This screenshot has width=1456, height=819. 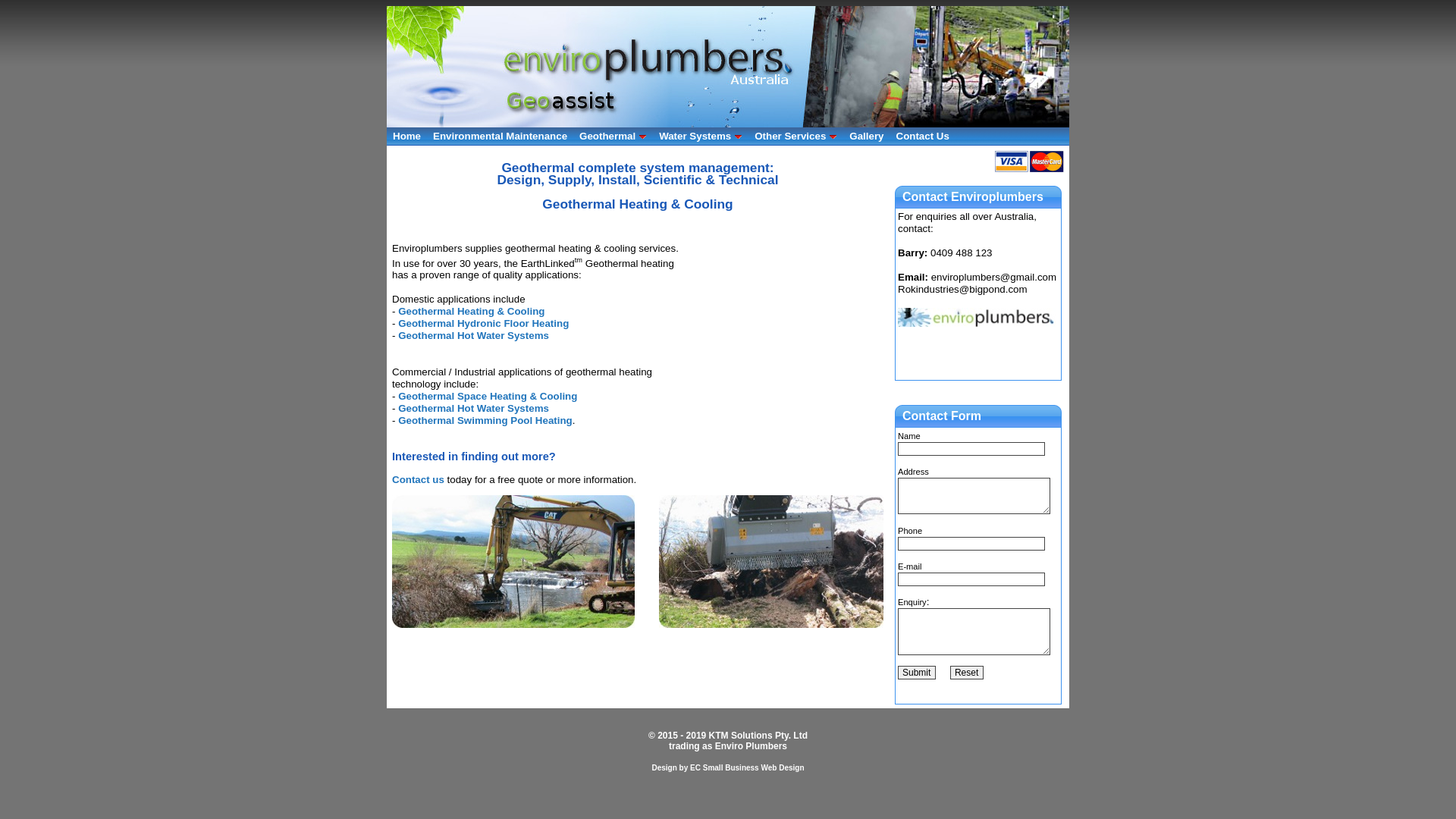 What do you see at coordinates (699, 135) in the screenshot?
I see `'Water Systems'` at bounding box center [699, 135].